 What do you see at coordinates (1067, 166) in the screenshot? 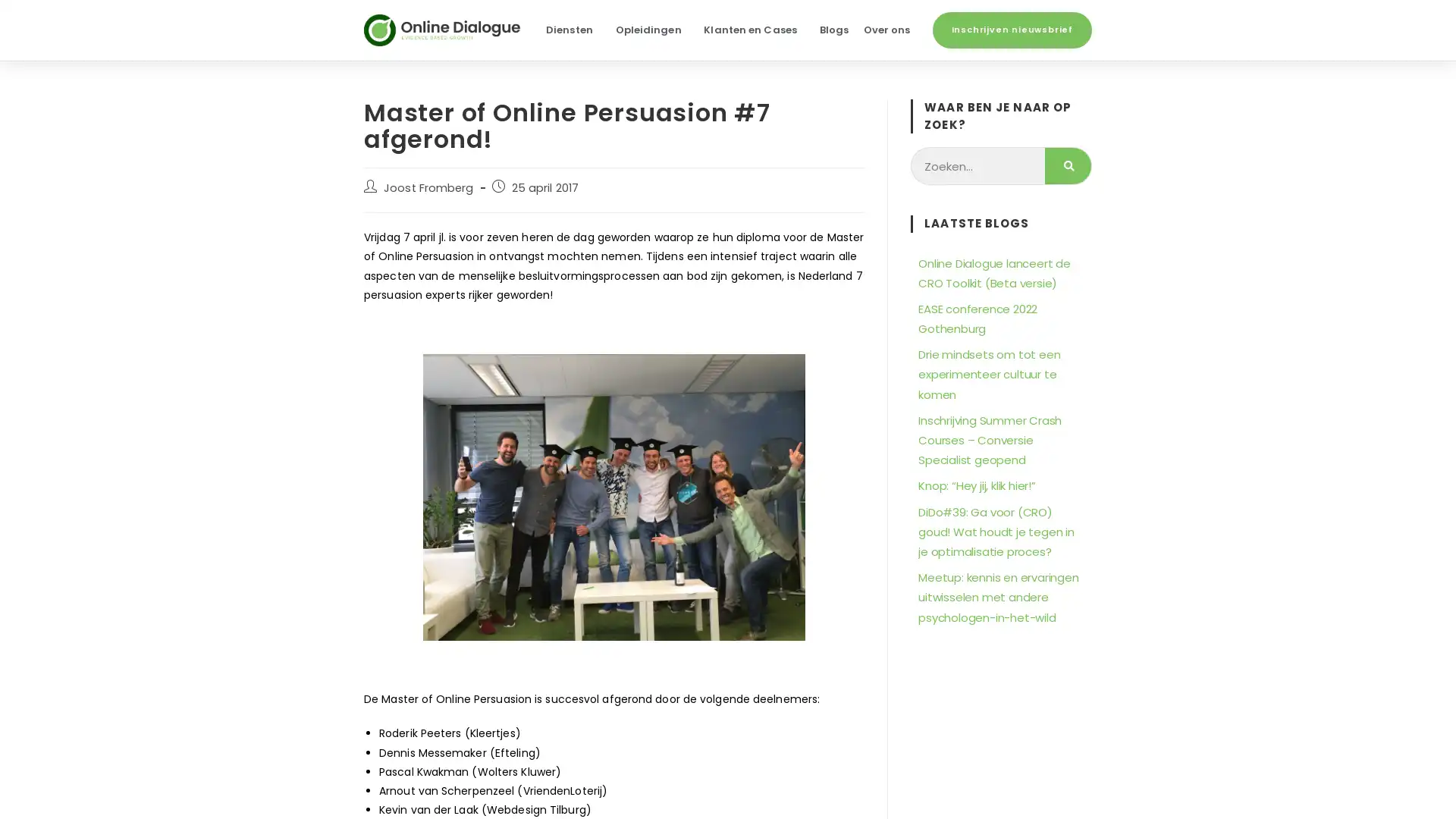
I see `Search` at bounding box center [1067, 166].